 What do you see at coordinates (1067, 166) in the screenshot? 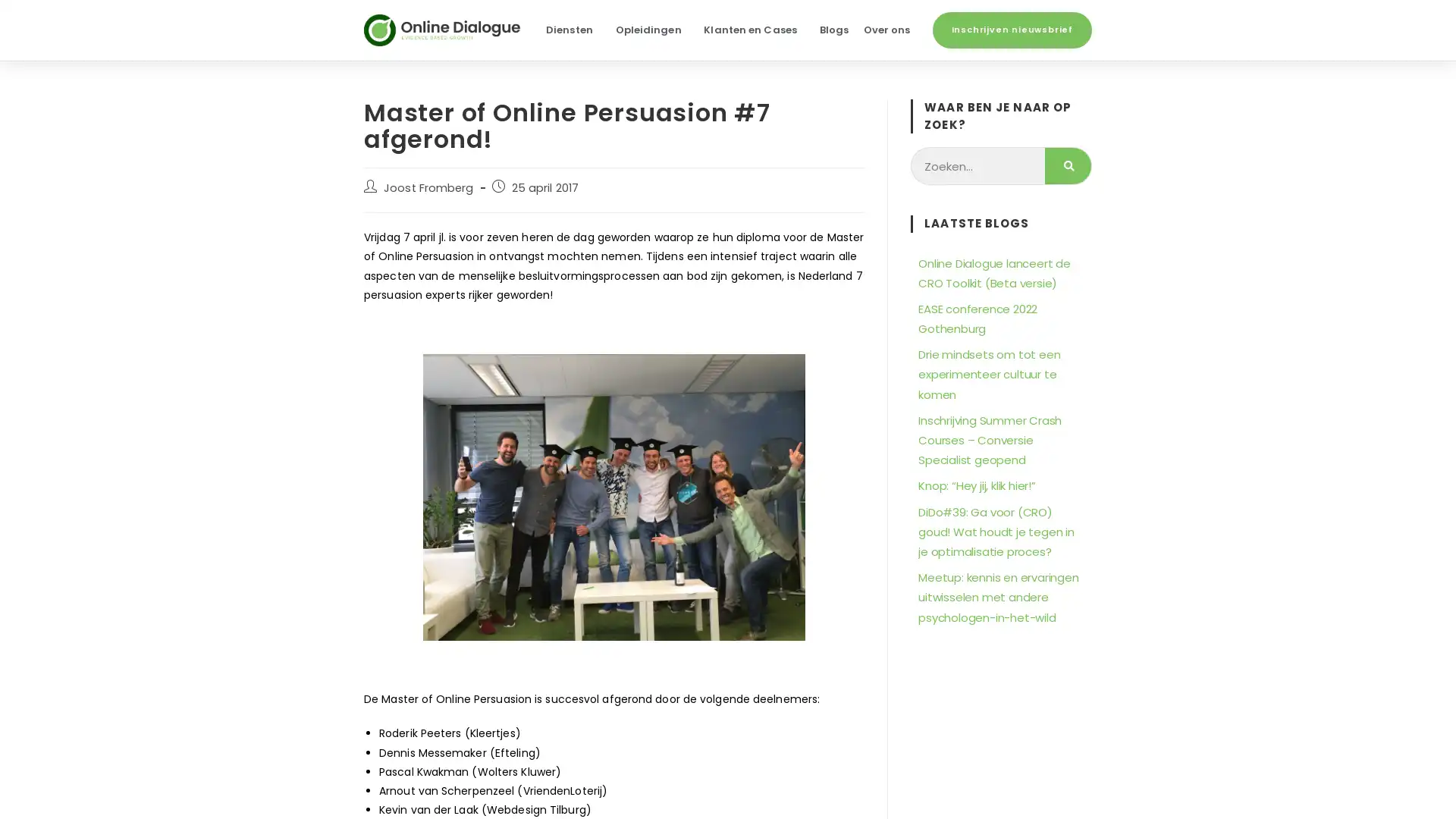
I see `Search` at bounding box center [1067, 166].